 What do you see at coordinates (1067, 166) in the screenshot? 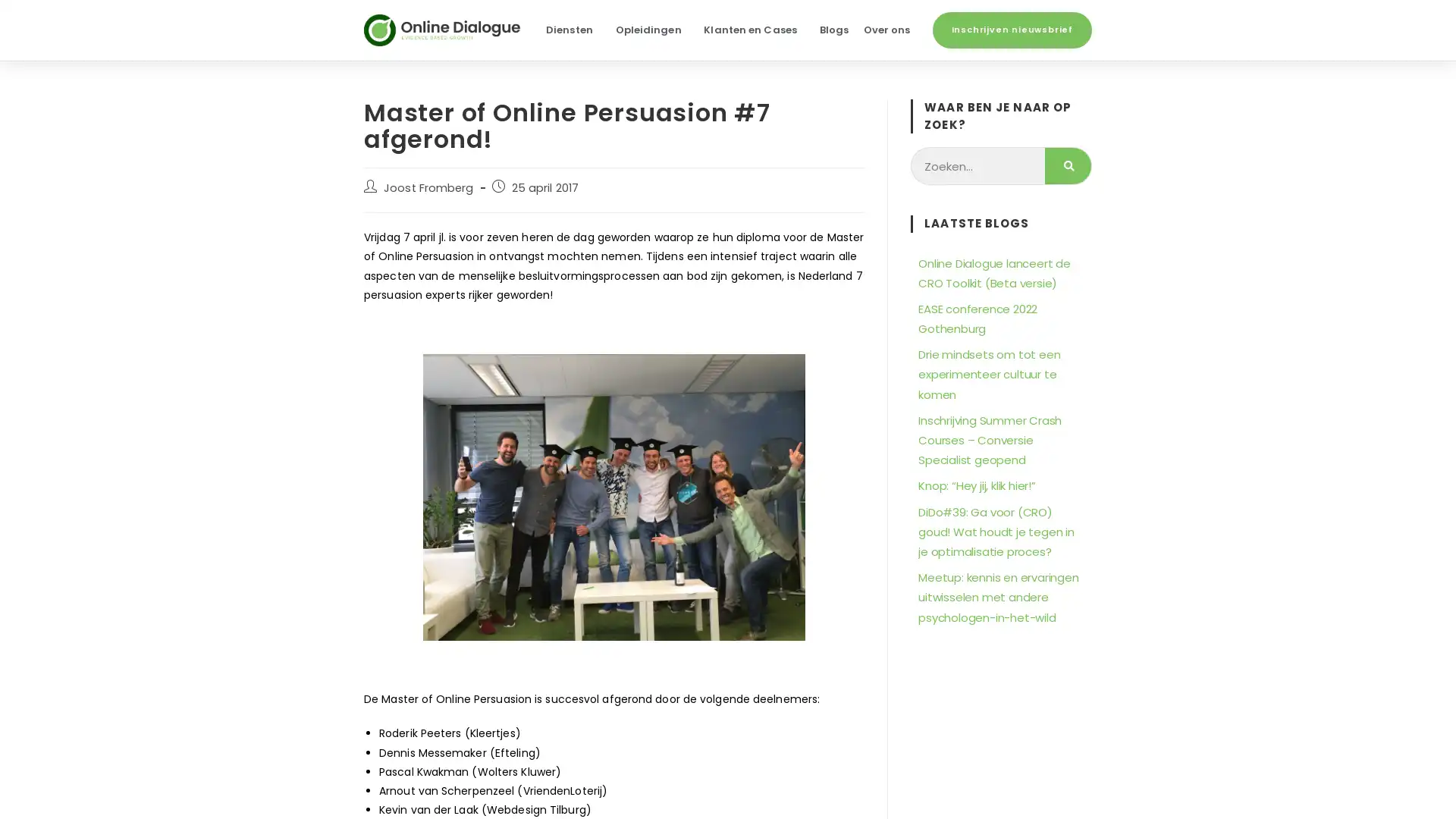
I see `Search` at bounding box center [1067, 166].